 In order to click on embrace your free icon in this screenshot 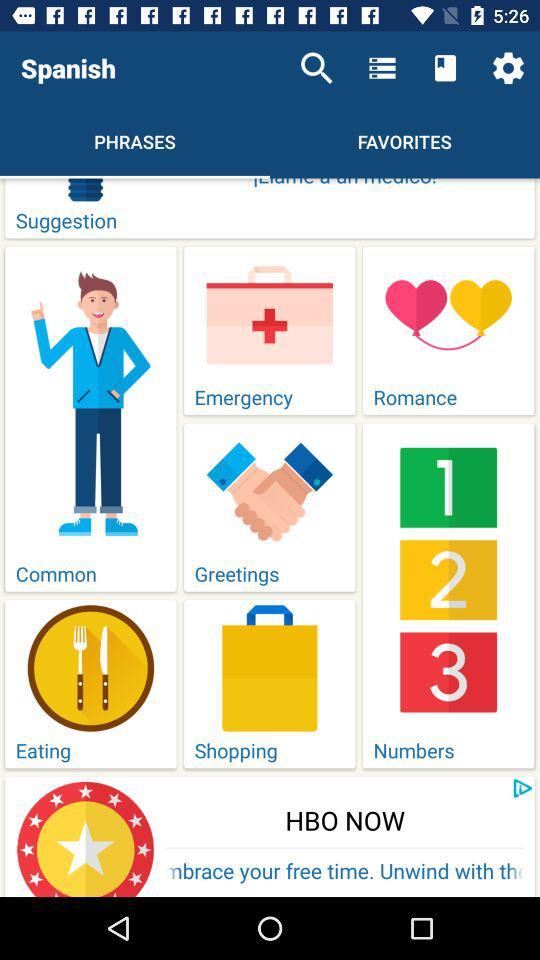, I will do `click(344, 872)`.